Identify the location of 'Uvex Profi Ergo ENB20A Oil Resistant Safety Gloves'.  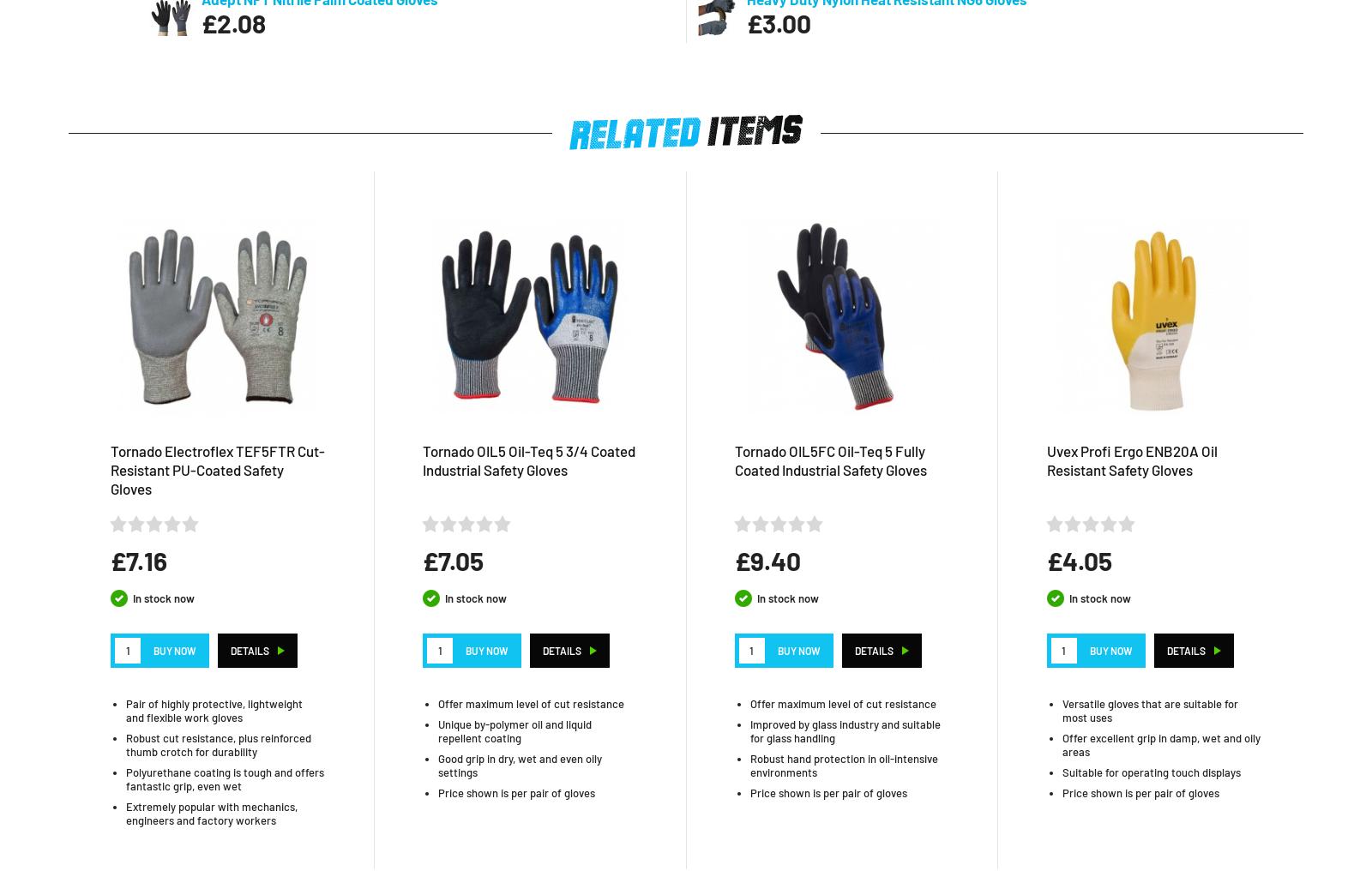
(1130, 458).